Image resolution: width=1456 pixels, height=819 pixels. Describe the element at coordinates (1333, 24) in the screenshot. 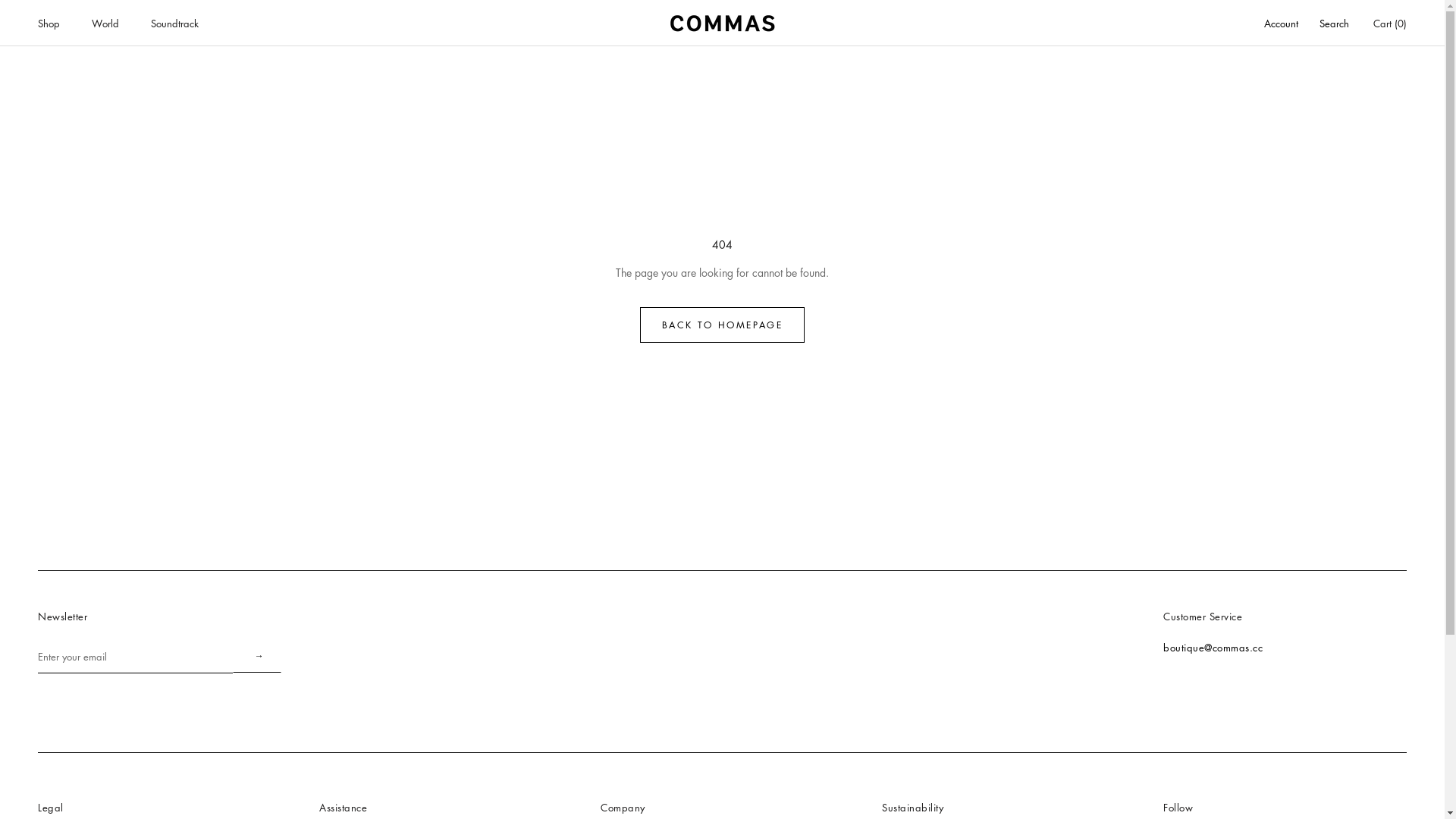

I see `'Search'` at that location.